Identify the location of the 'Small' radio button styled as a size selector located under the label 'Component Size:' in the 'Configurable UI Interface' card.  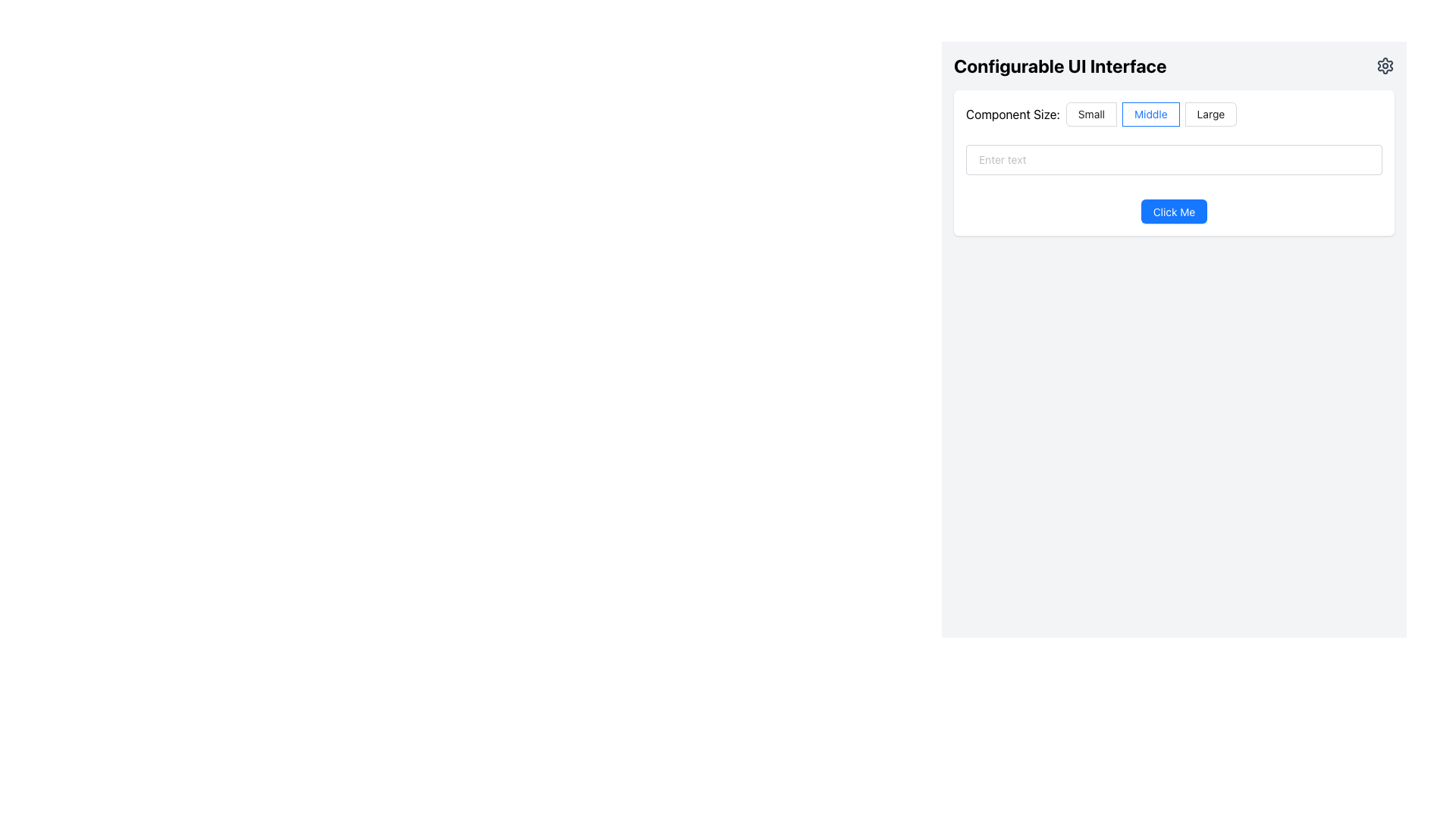
(1090, 113).